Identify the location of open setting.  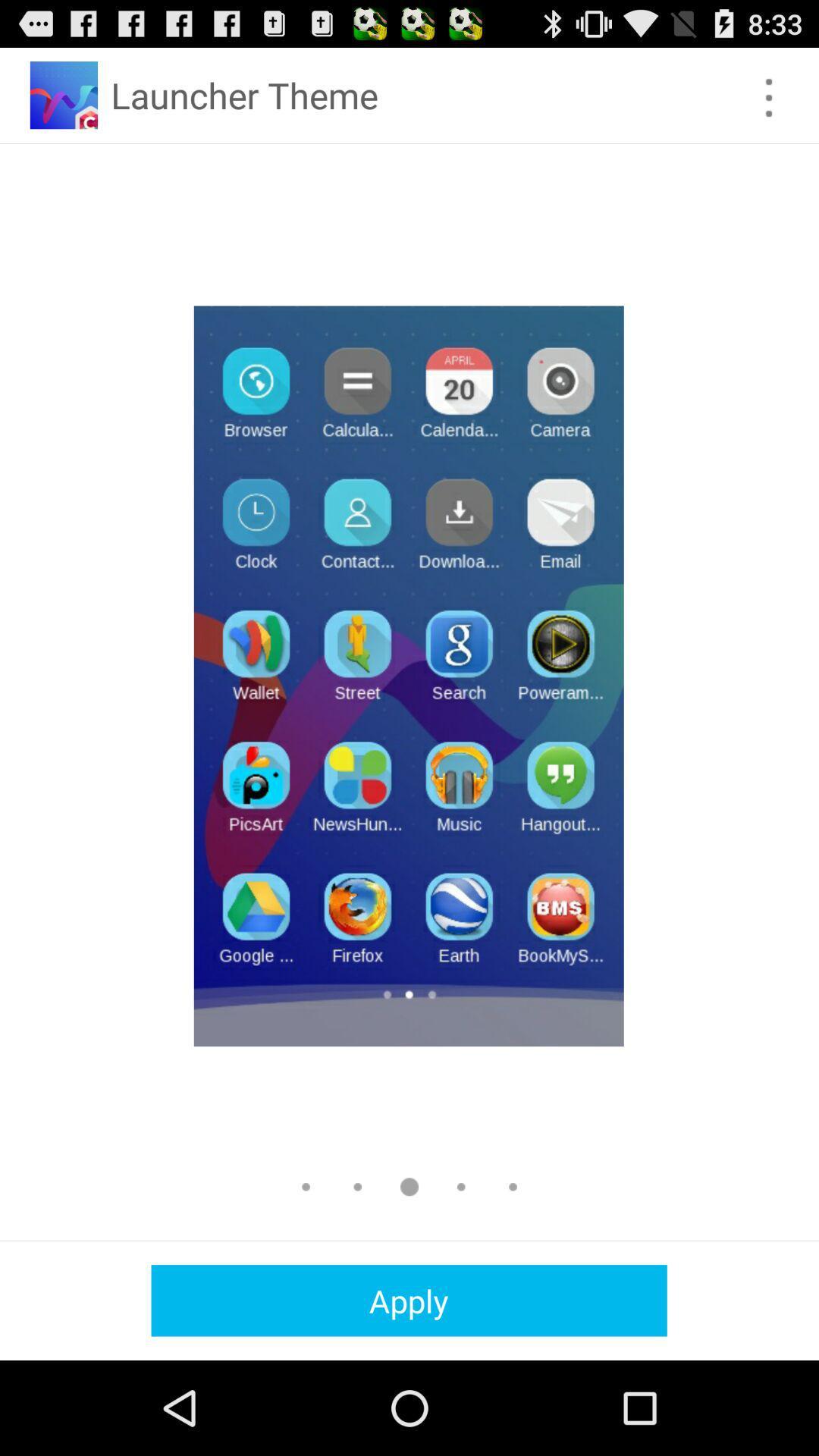
(769, 97).